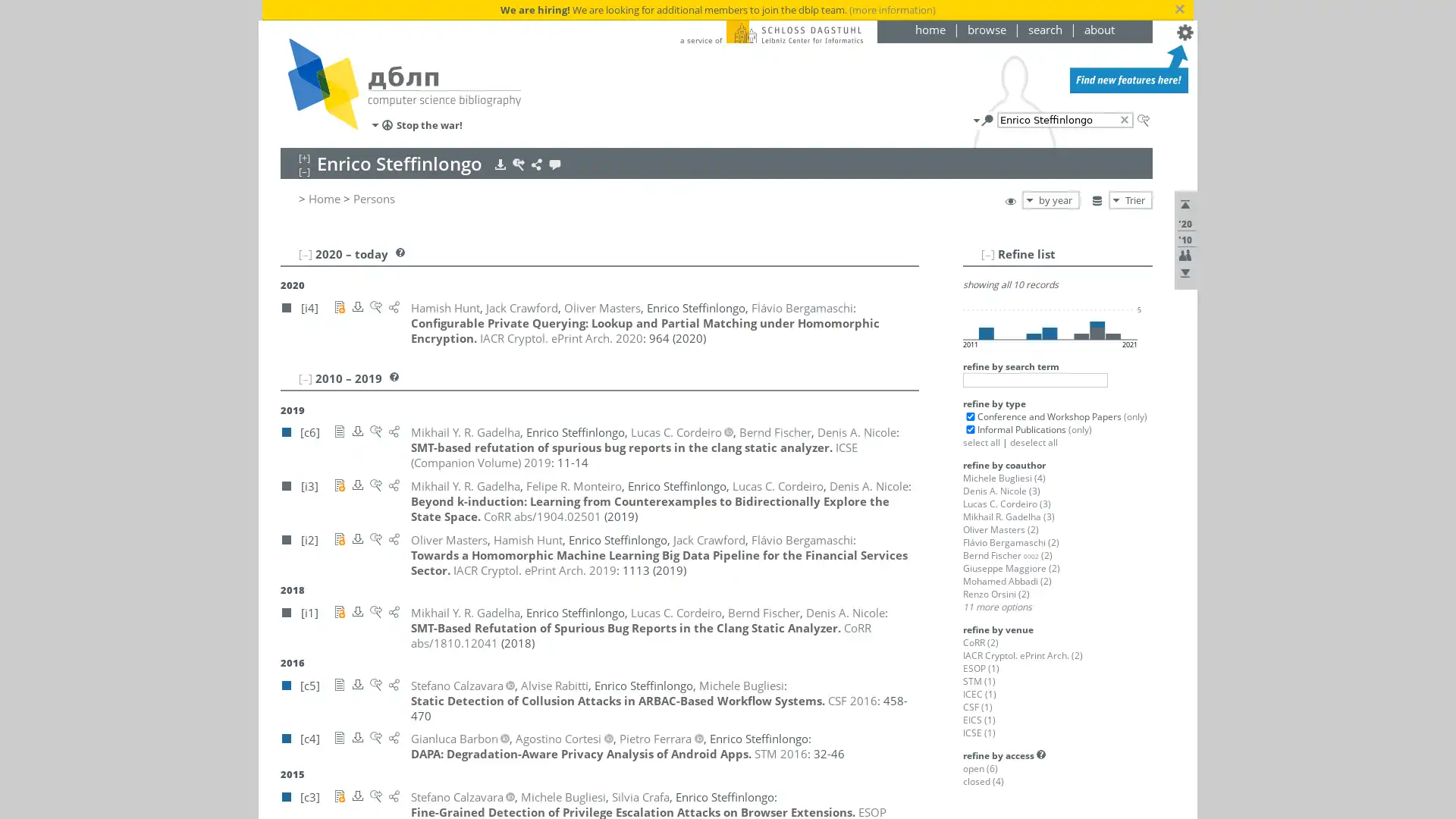  What do you see at coordinates (979, 680) in the screenshot?
I see `STM (1)` at bounding box center [979, 680].